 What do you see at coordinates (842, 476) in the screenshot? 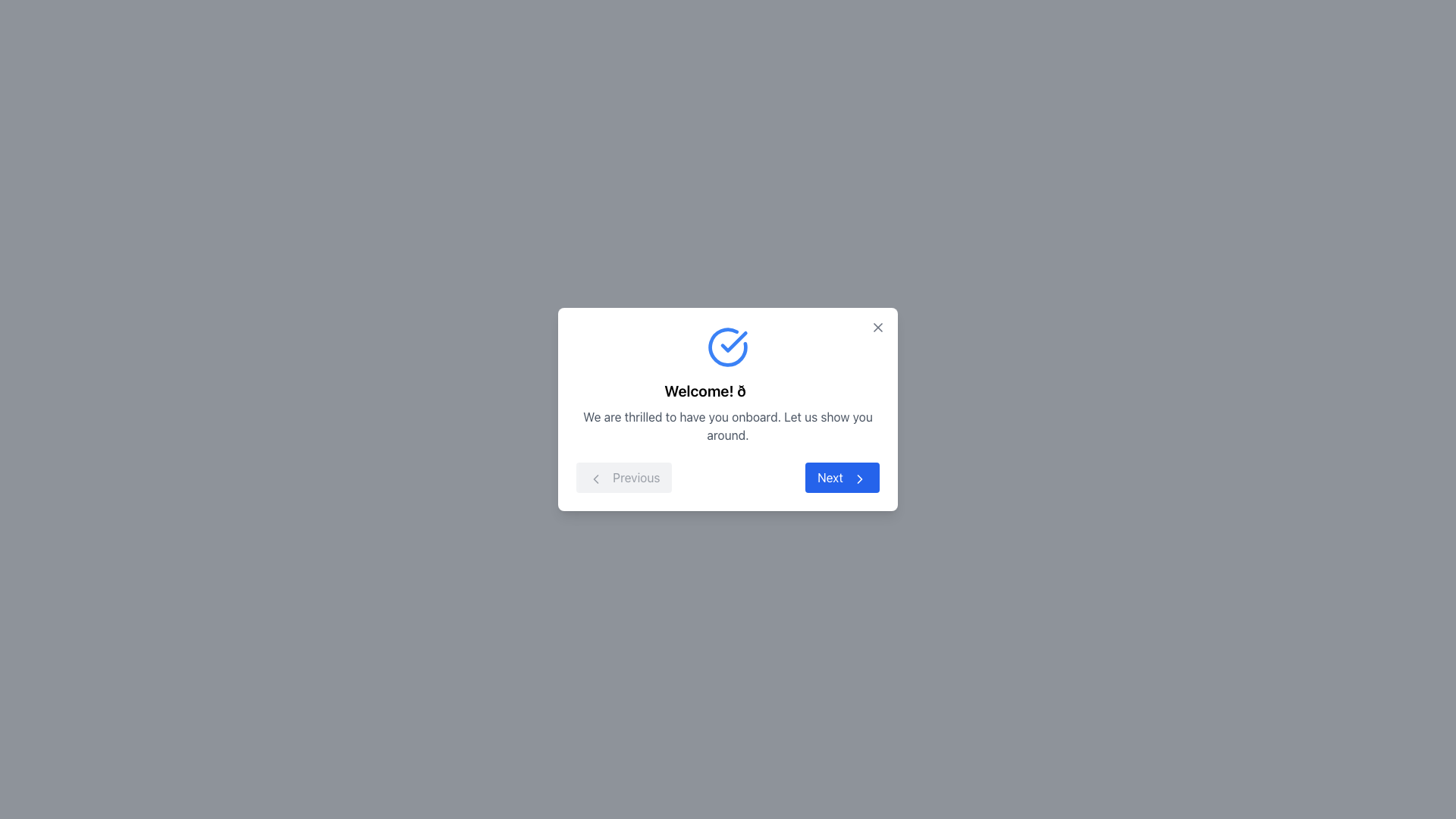
I see `the 'Next' button, which is a rectangular button with a blue background and rounded corners, displaying white text and a rightward arrow icon, located in the bottom right of a modal dialog box` at bounding box center [842, 476].